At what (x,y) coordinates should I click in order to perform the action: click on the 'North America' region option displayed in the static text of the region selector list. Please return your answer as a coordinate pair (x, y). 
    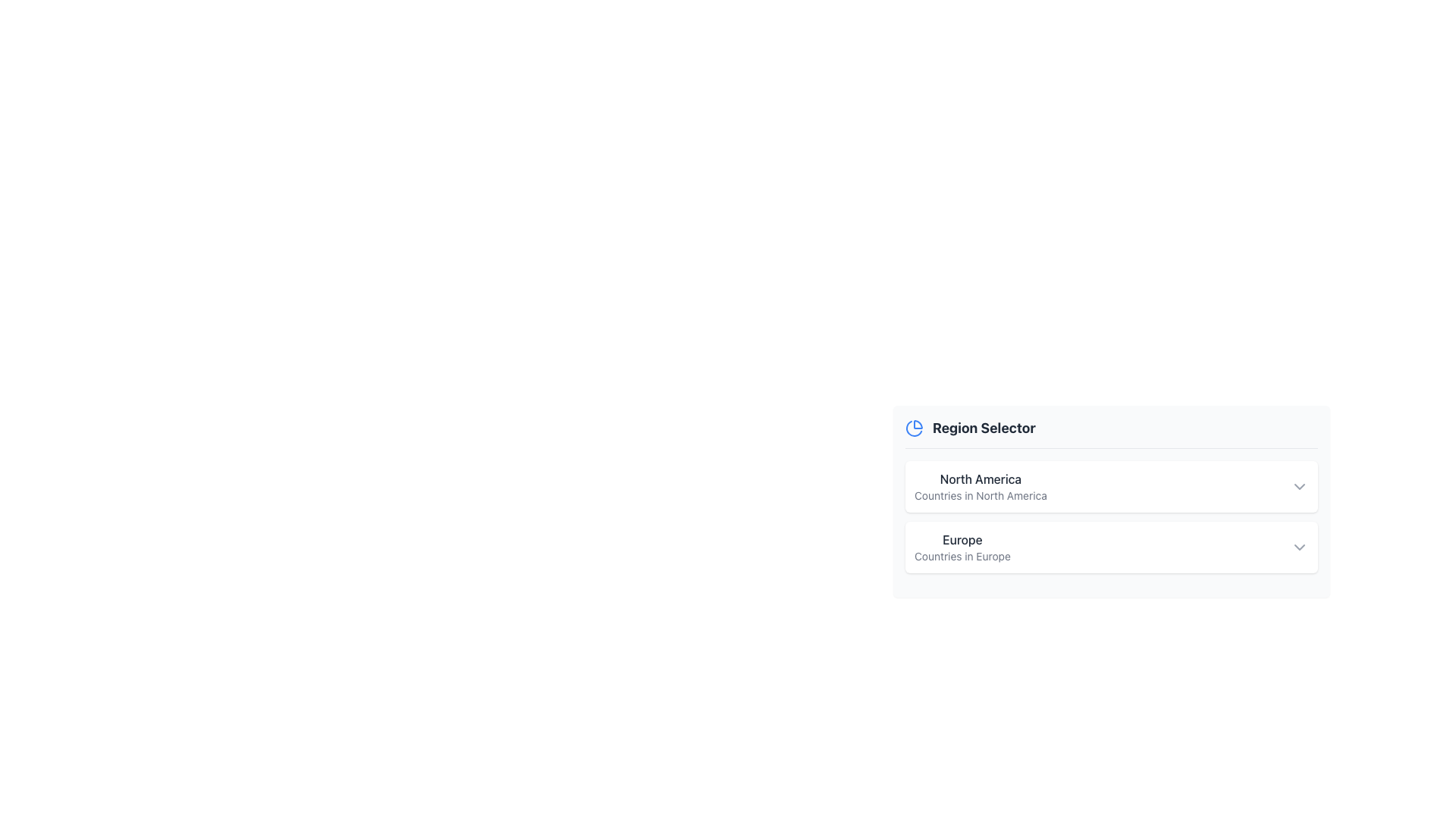
    Looking at the image, I should click on (981, 486).